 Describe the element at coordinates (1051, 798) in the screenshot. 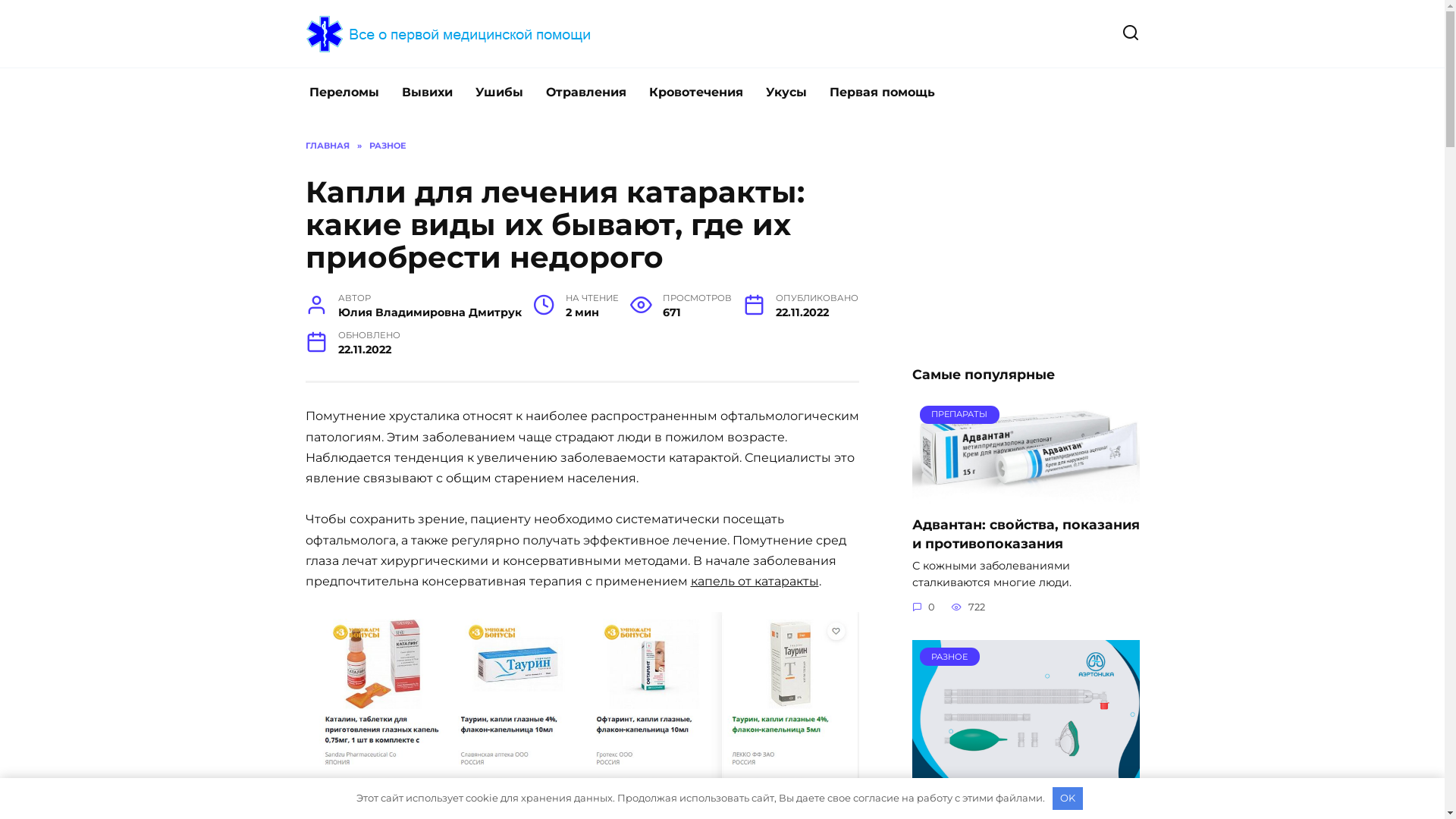

I see `'OK'` at that location.